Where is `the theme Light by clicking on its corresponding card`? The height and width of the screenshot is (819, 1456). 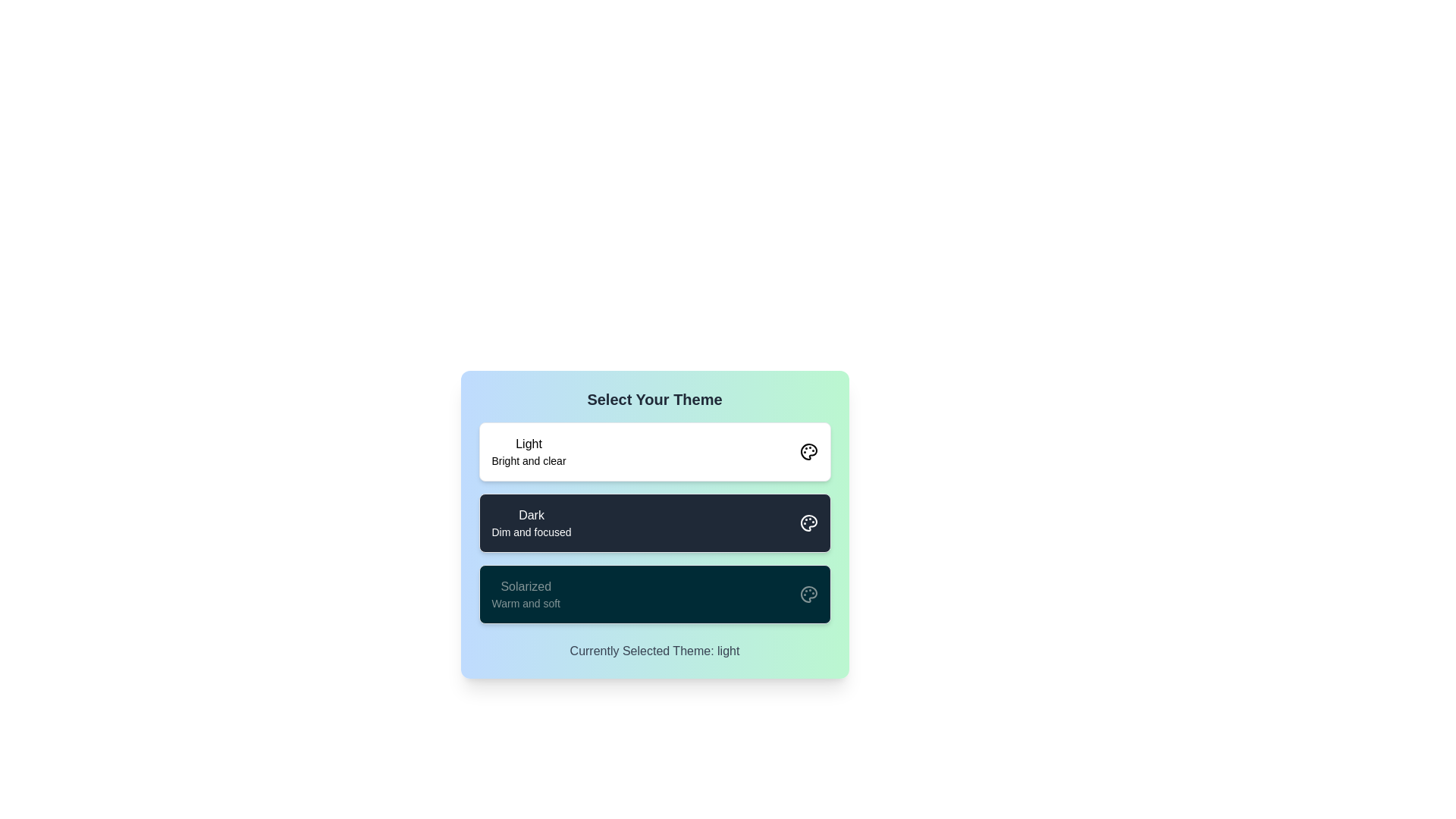
the theme Light by clicking on its corresponding card is located at coordinates (654, 451).